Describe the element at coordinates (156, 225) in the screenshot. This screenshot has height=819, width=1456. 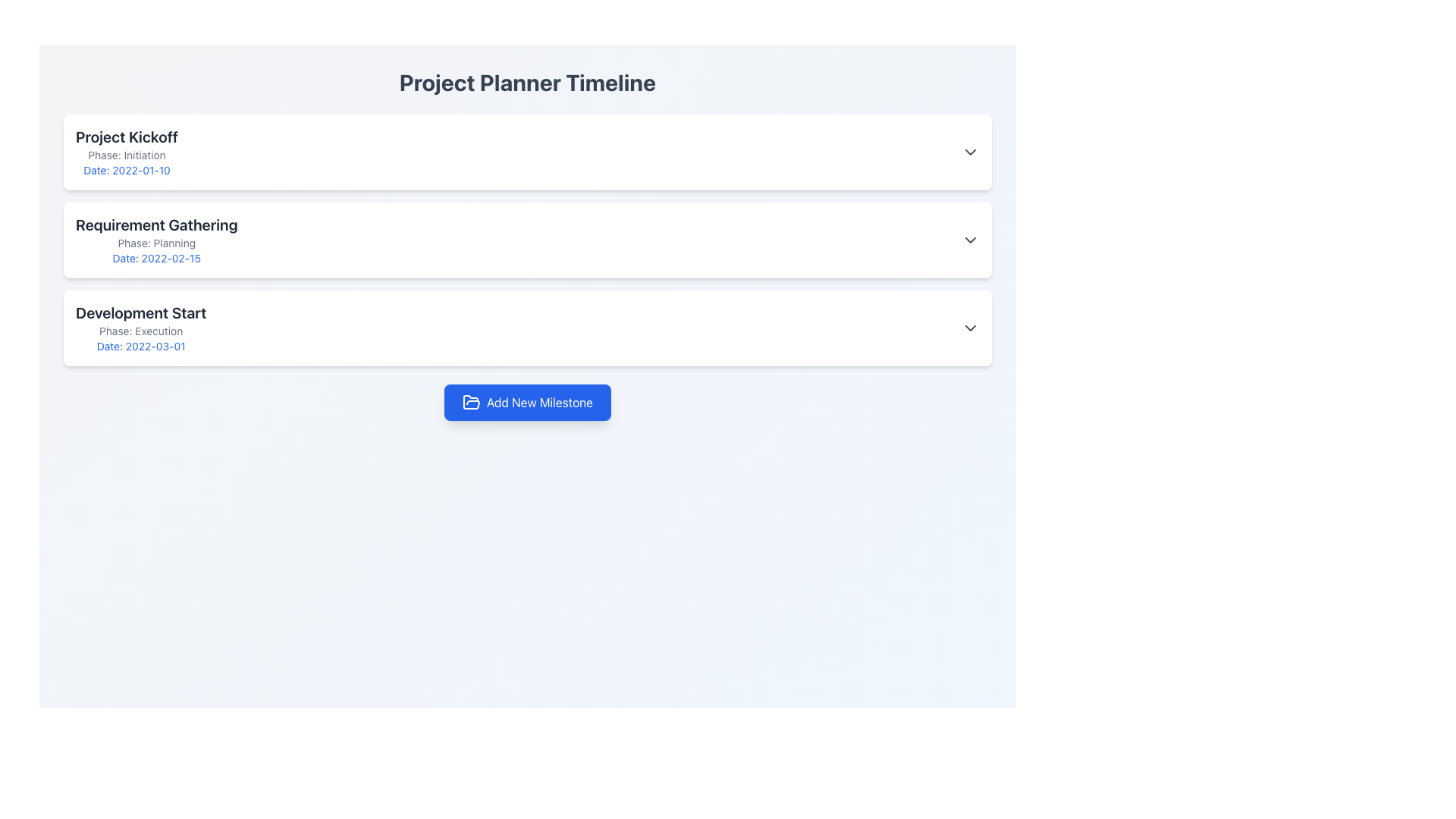
I see `the 'Requirement Gathering' label, which displays the text in bold dark gray against a light background, located in the second milestone of the timeline interface` at that location.